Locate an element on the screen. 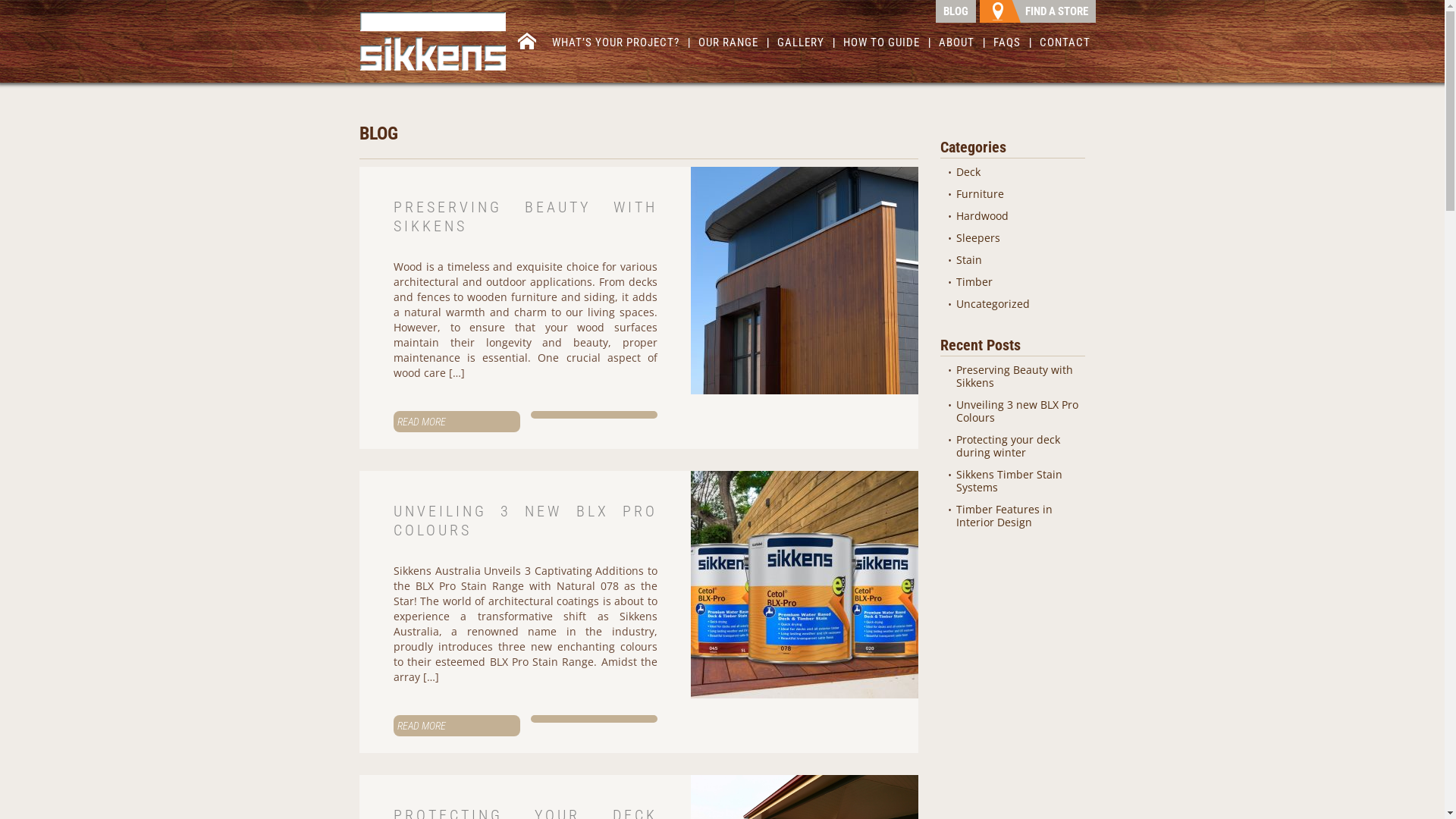 The width and height of the screenshot is (1456, 819). 'Protecting your deck during winter' is located at coordinates (1008, 444).